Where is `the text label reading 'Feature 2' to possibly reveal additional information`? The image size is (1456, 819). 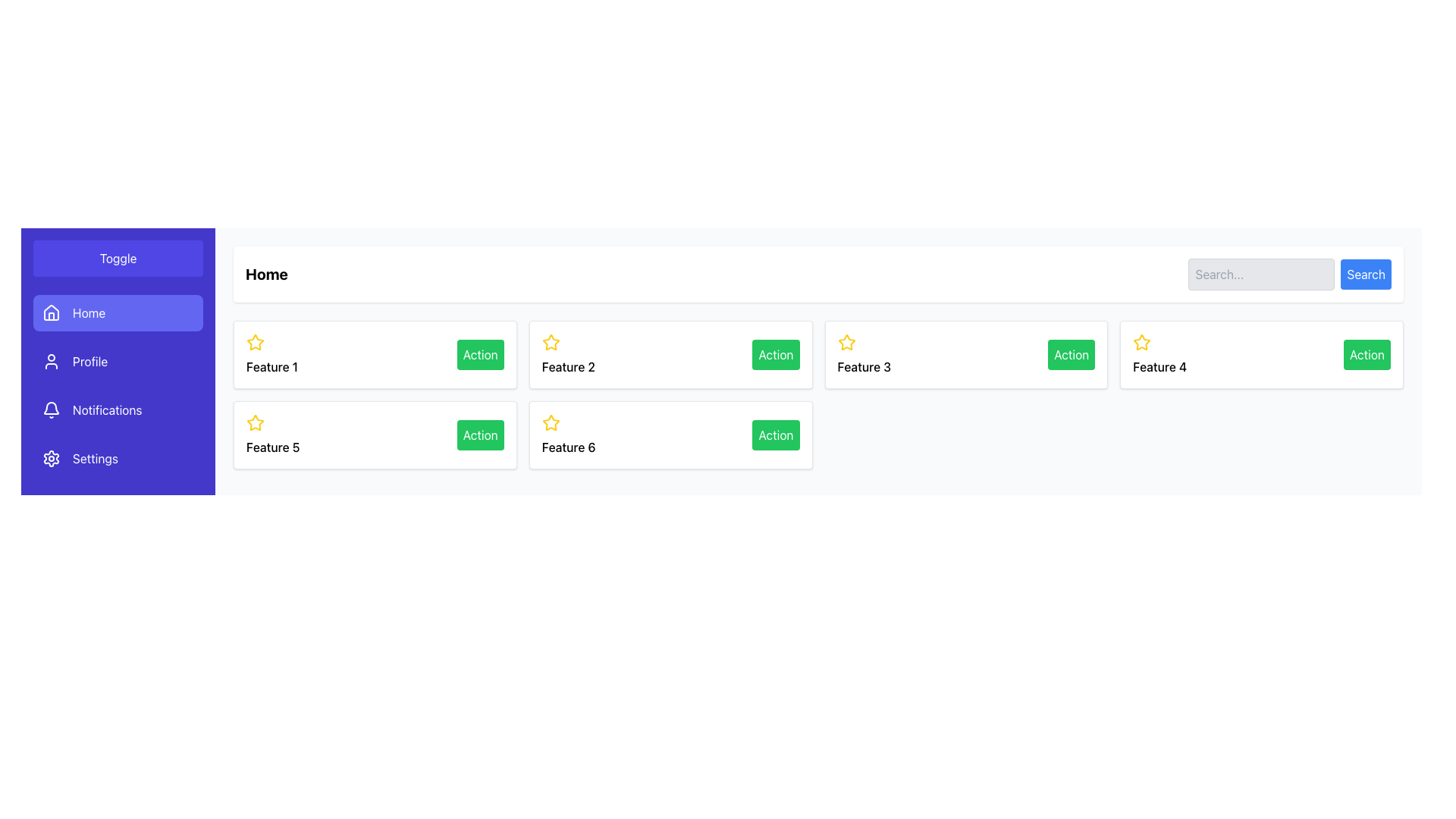
the text label reading 'Feature 2' to possibly reveal additional information is located at coordinates (567, 366).